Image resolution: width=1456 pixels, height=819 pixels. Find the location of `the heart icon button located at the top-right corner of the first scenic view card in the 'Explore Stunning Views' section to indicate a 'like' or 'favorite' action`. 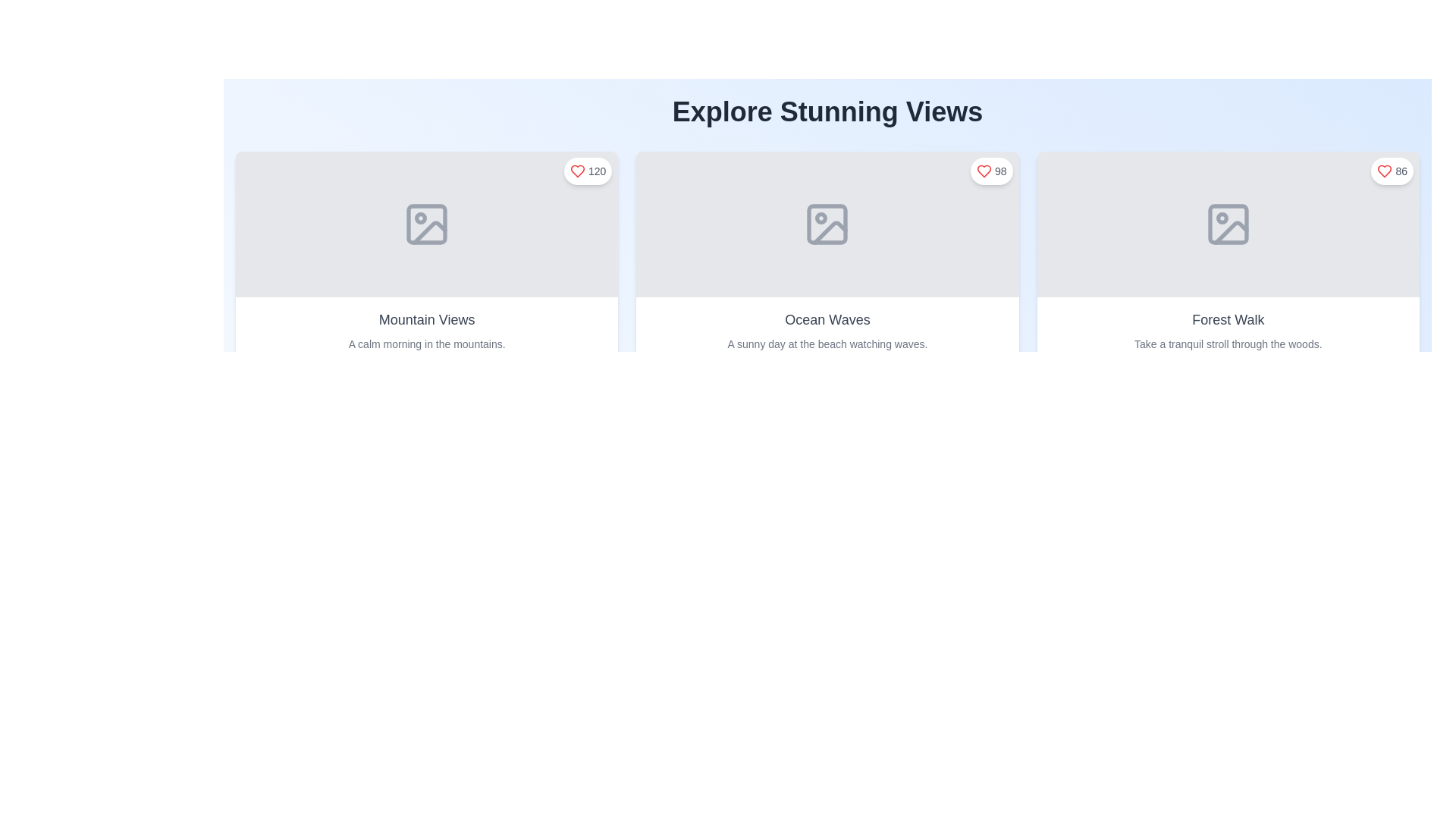

the heart icon button located at the top-right corner of the first scenic view card in the 'Explore Stunning Views' section to indicate a 'like' or 'favorite' action is located at coordinates (577, 171).